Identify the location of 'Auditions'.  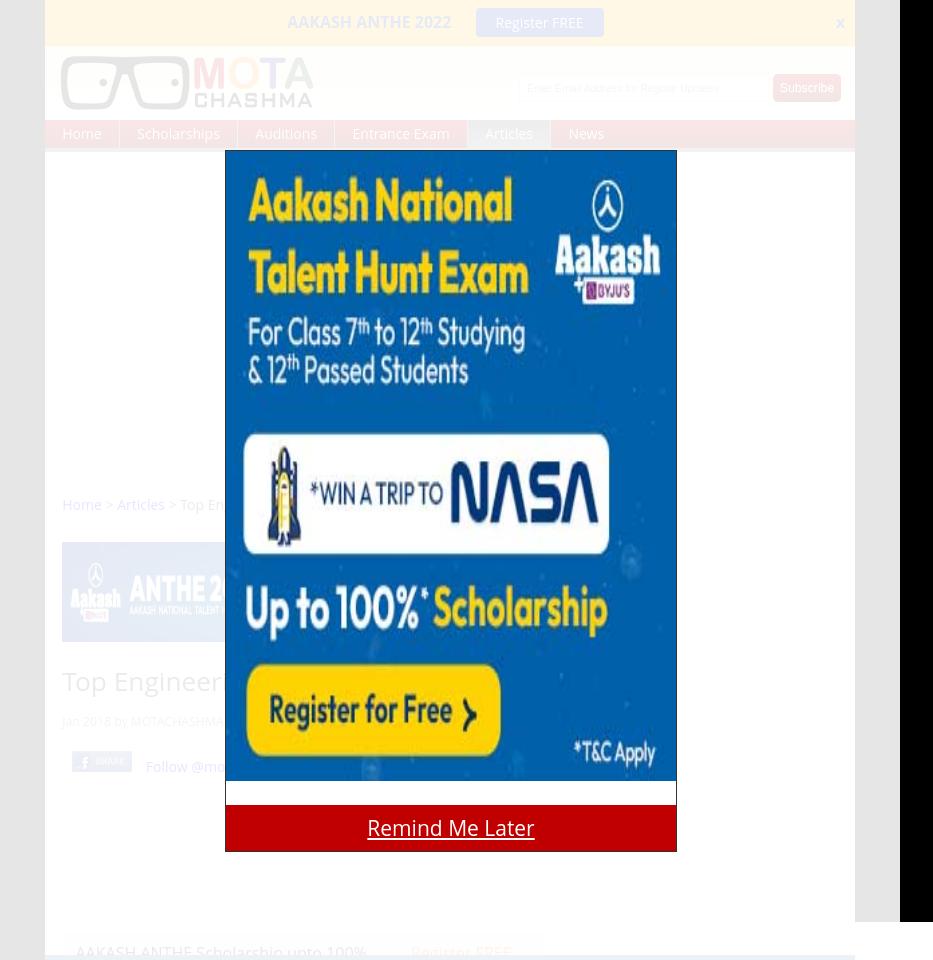
(285, 132).